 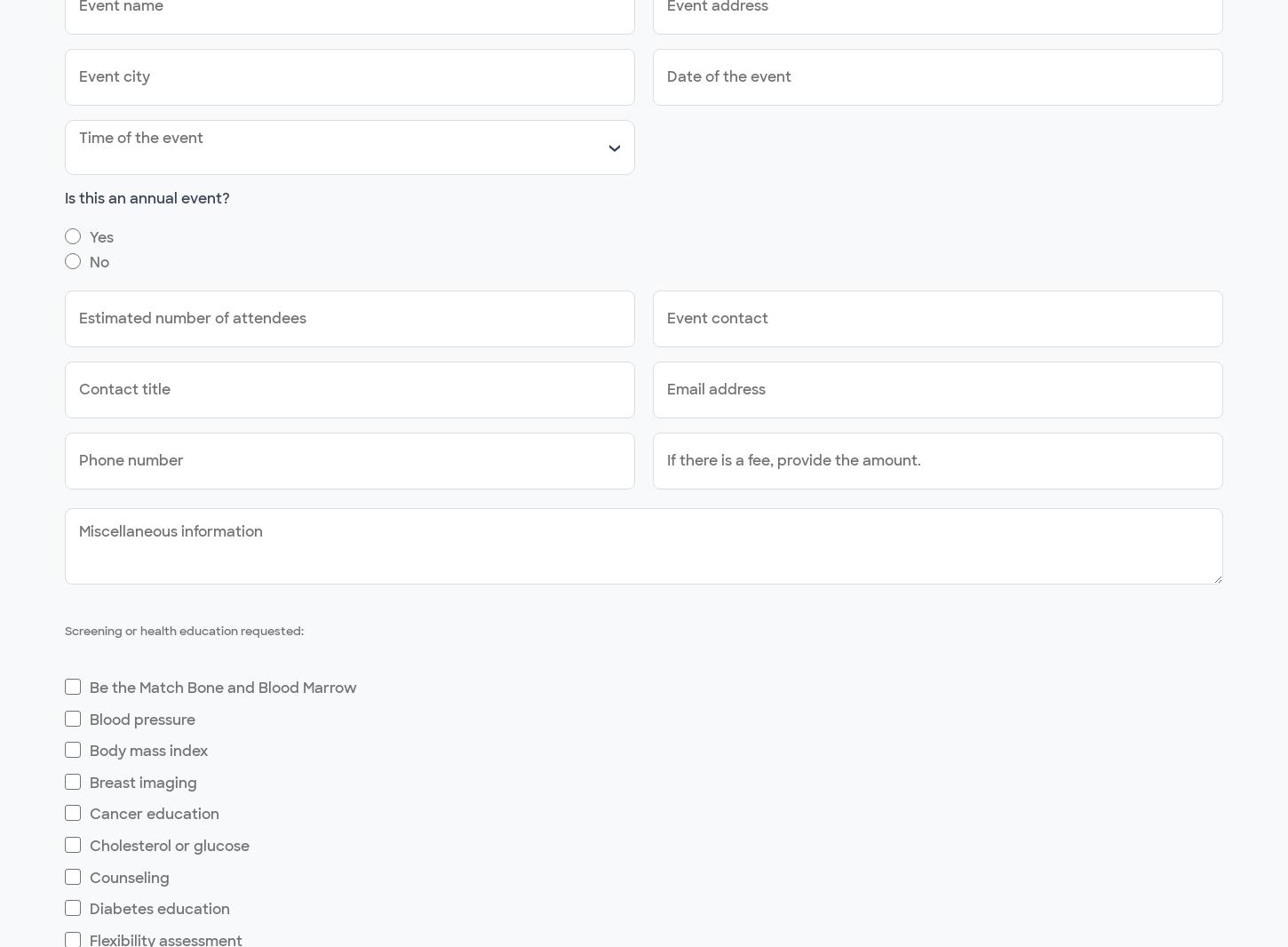 I want to click on 'Contact title', so click(x=123, y=389).